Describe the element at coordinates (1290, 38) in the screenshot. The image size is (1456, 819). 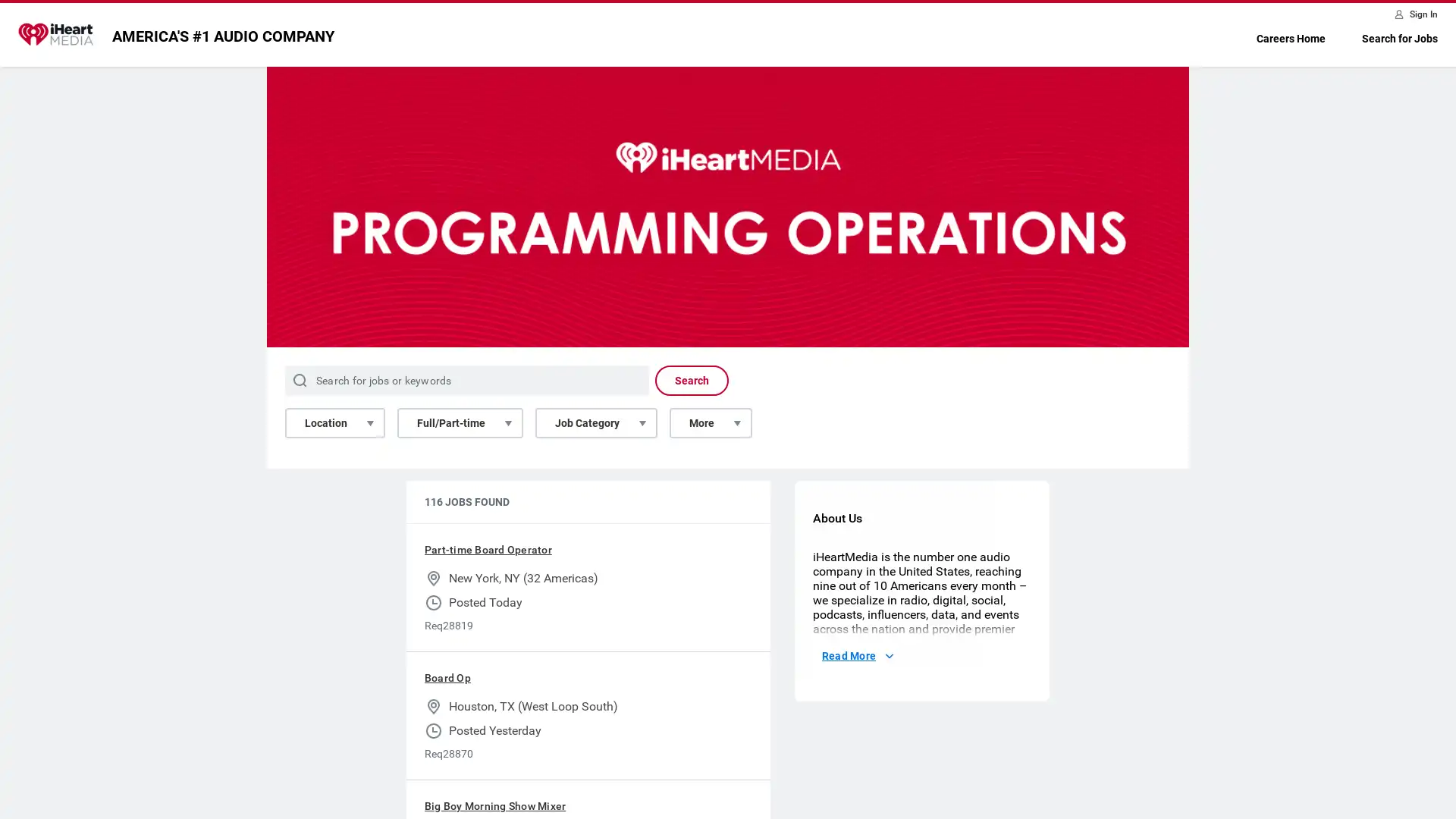
I see `Careers Home` at that location.